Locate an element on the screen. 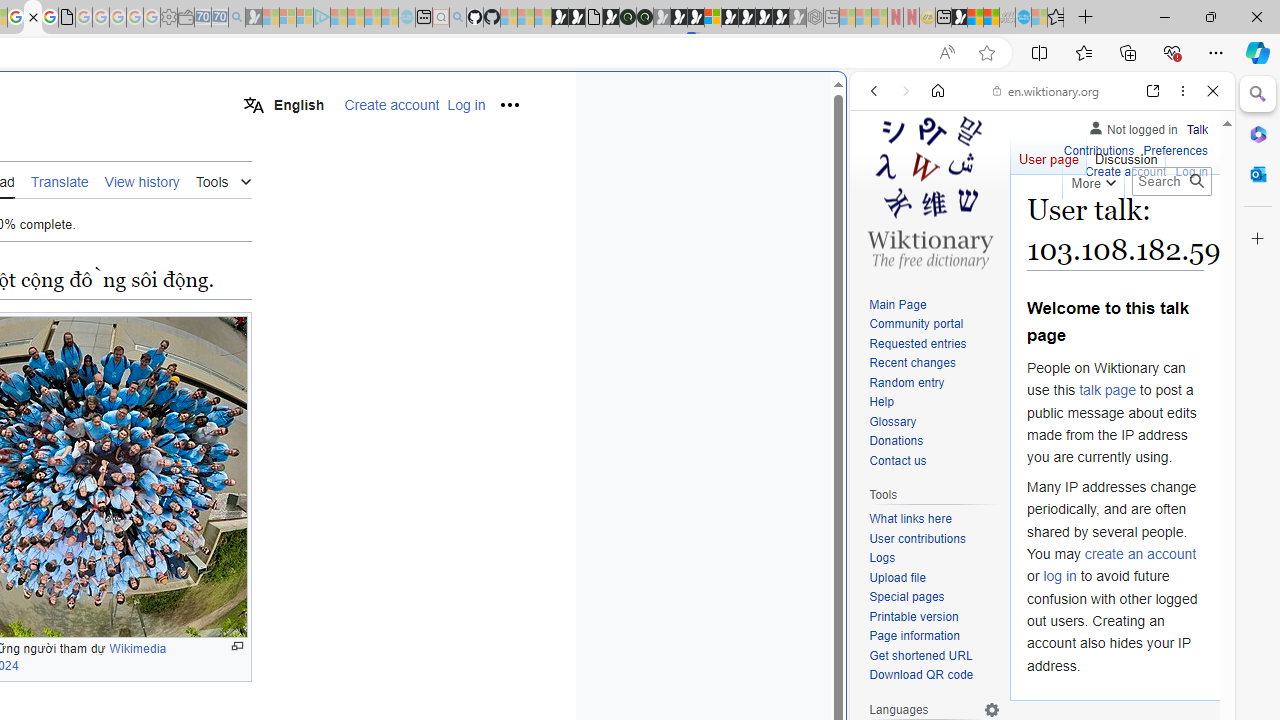 Image resolution: width=1280 pixels, height=720 pixels. 'Search Wiktionary' is located at coordinates (1171, 181).